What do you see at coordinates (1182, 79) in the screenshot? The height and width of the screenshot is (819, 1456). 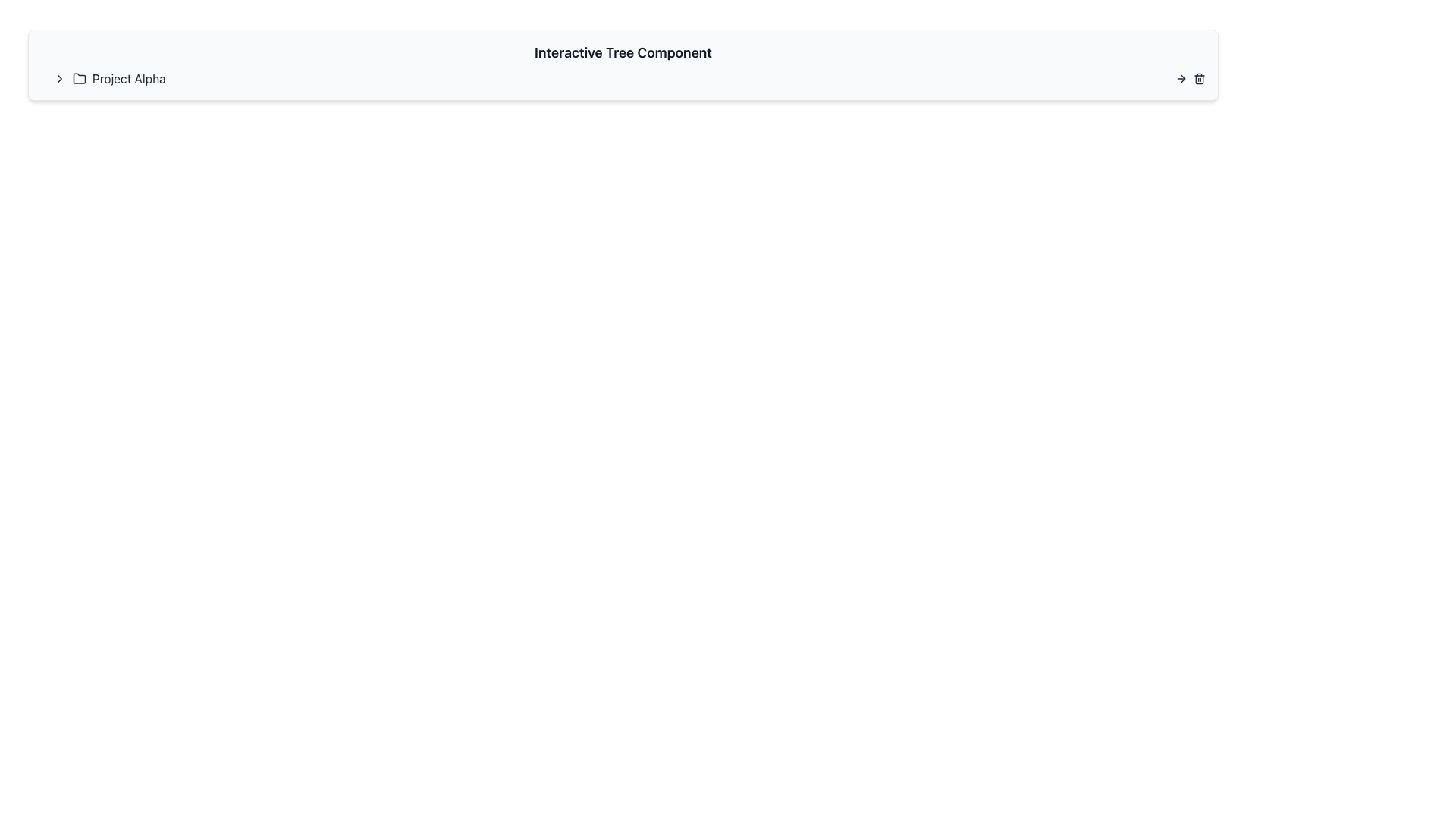 I see `the small rightward-pointing arrow glyph located on the top-right side of the interface` at bounding box center [1182, 79].